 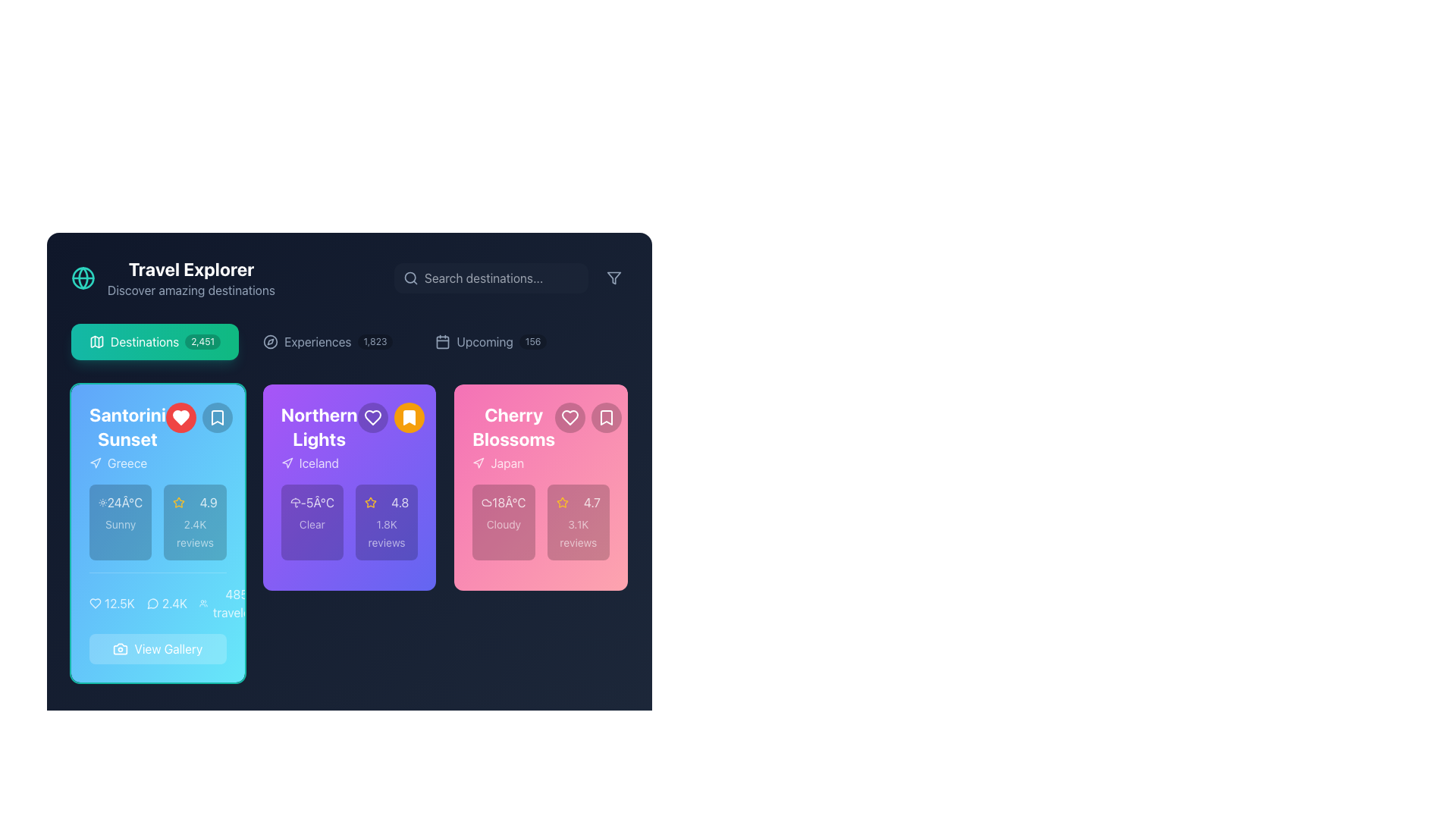 I want to click on text label indicating the location associated with the 'Northern Lights' card, which displays 'Iceland' in the bottom-left corner of the purple card, so click(x=318, y=462).